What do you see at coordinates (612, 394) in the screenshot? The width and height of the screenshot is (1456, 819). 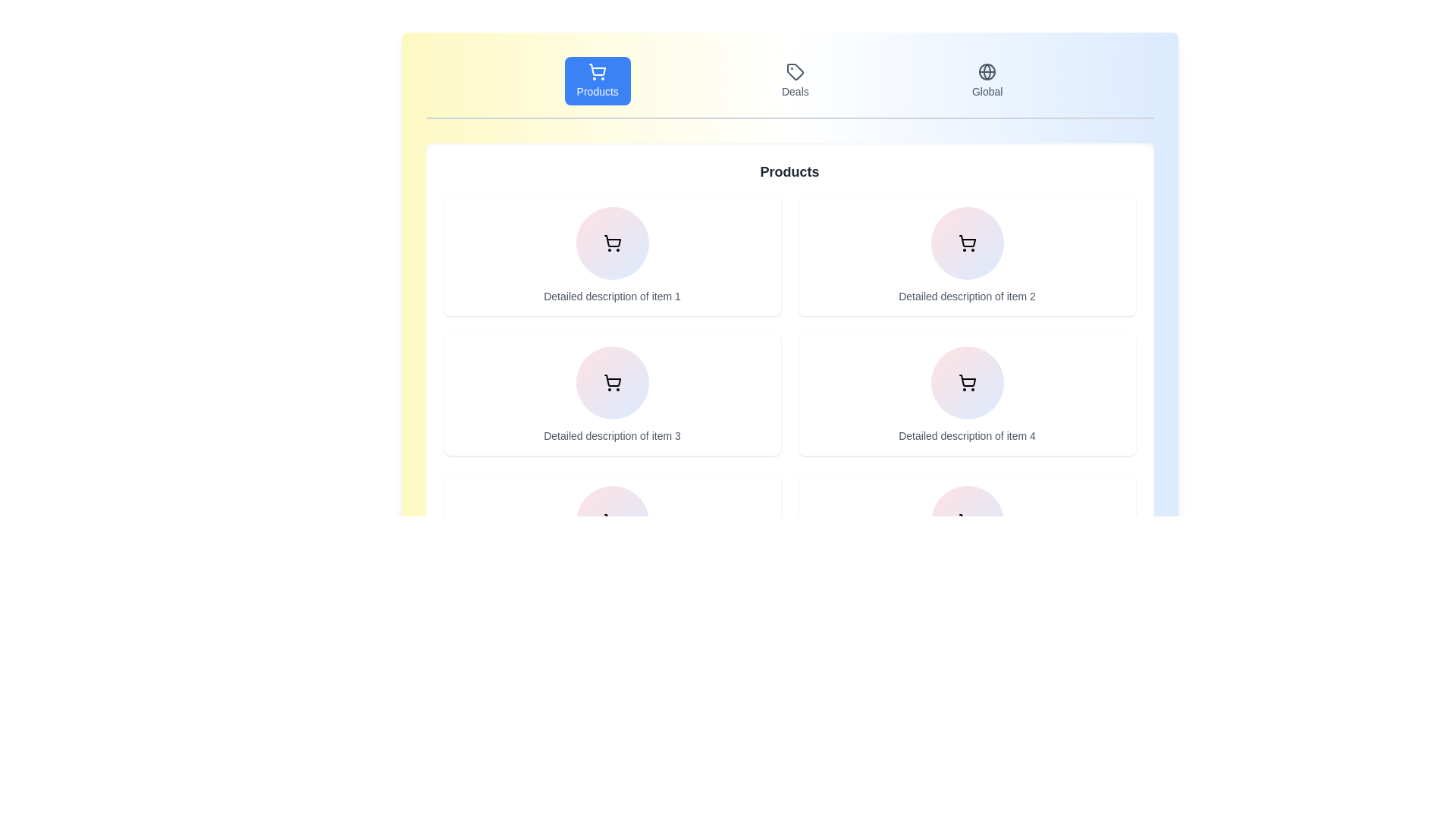 I see `the item with the description 'Detailed description of item 3' to view its details` at bounding box center [612, 394].